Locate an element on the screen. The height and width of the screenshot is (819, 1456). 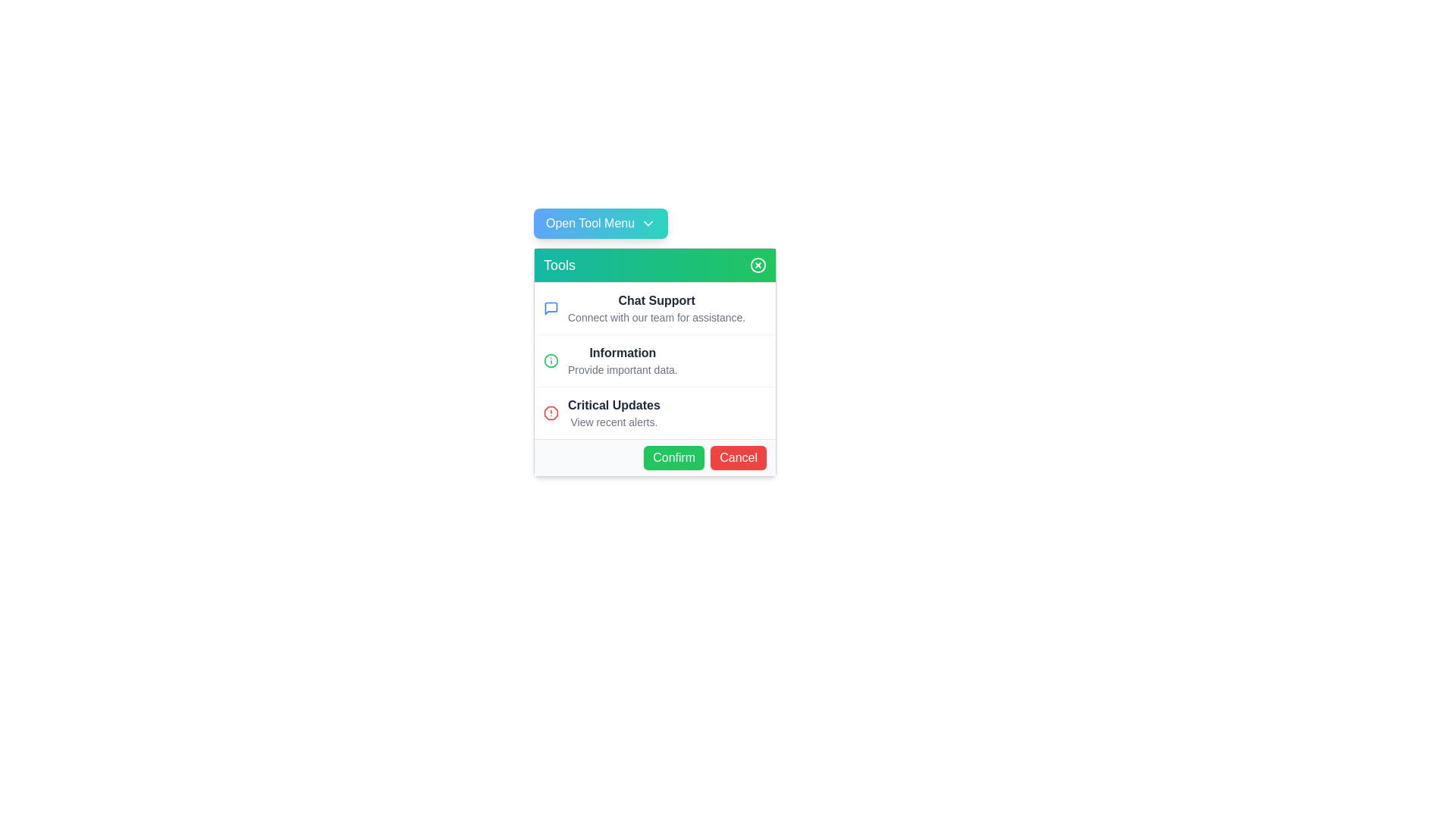
the rectangular button labeled 'Open Tool Menu' with a gradient background transitioning from blue to teal is located at coordinates (655, 223).